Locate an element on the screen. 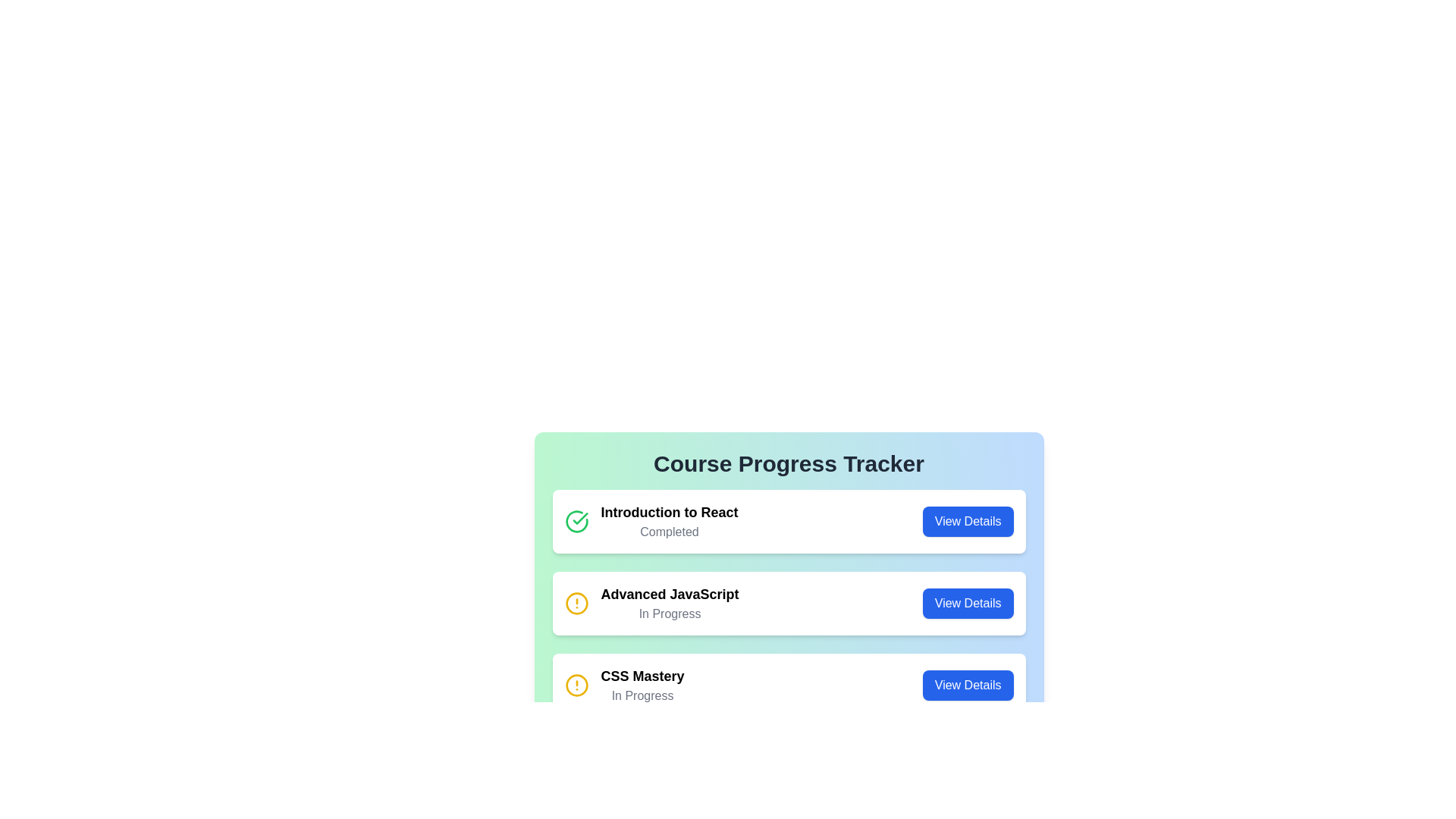  the 'CSS Mastery' Text Block that displays the course title and its status 'In Progress', located in the 'Course Progress Tracker' section, positioned to the right of the yellow circular alert icon and above the 'View Details' button is located at coordinates (642, 685).